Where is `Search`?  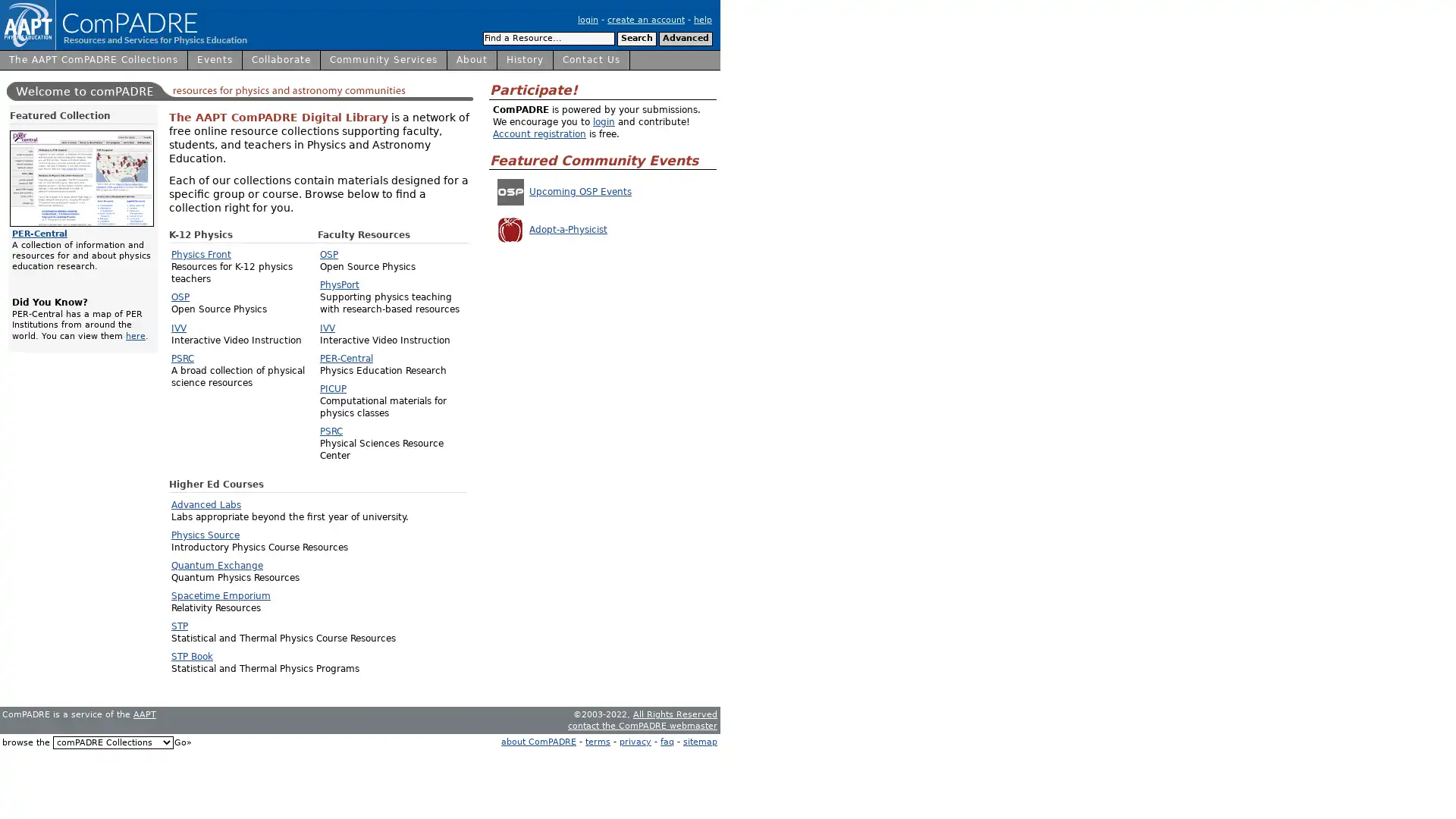 Search is located at coordinates (637, 38).